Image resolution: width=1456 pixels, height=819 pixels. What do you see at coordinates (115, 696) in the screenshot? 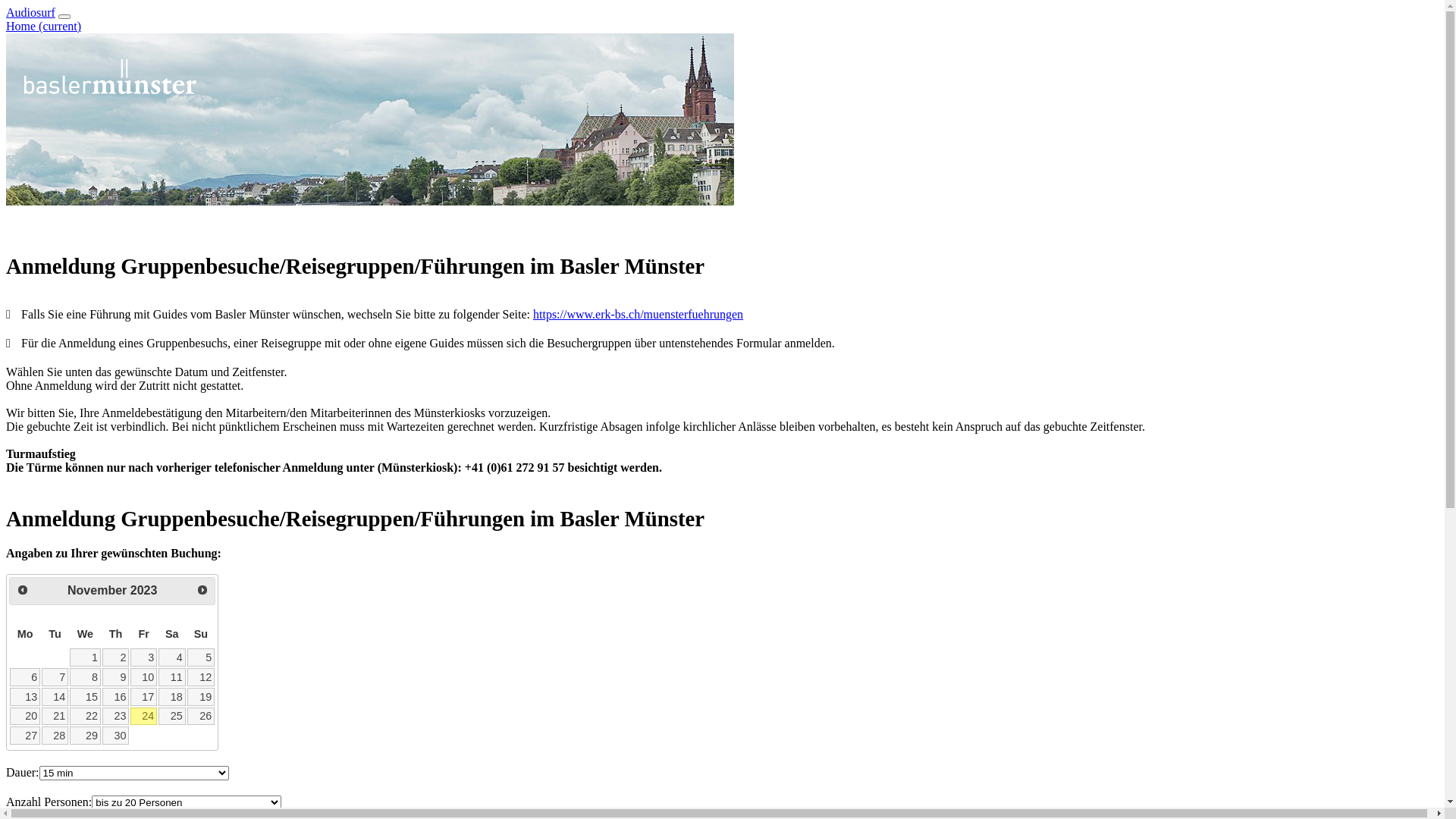
I see `'16'` at bounding box center [115, 696].